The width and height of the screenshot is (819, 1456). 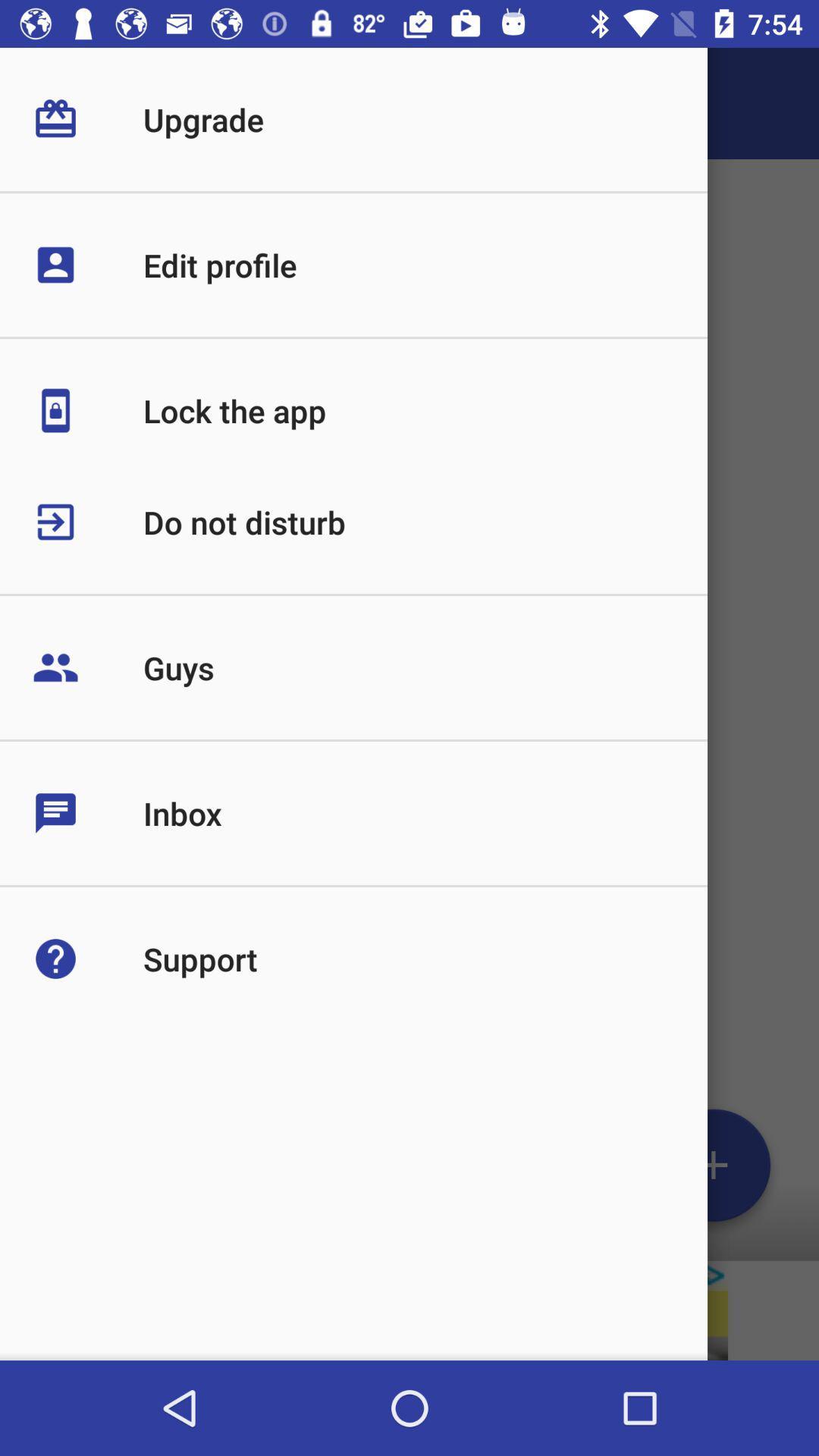 What do you see at coordinates (87, 812) in the screenshot?
I see `icon beside inbox` at bounding box center [87, 812].